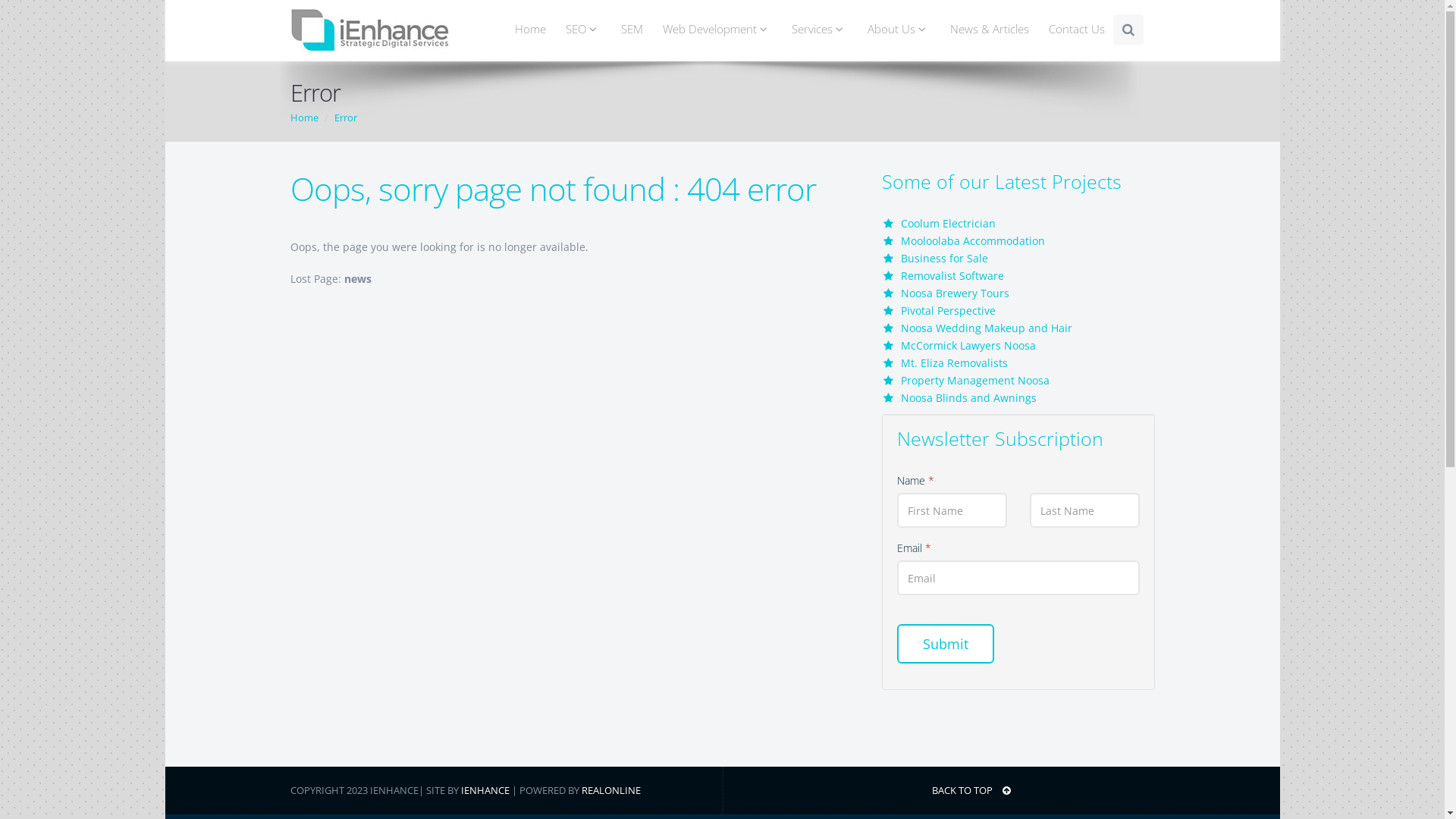 The width and height of the screenshot is (1456, 819). I want to click on 'Services', so click(818, 29).